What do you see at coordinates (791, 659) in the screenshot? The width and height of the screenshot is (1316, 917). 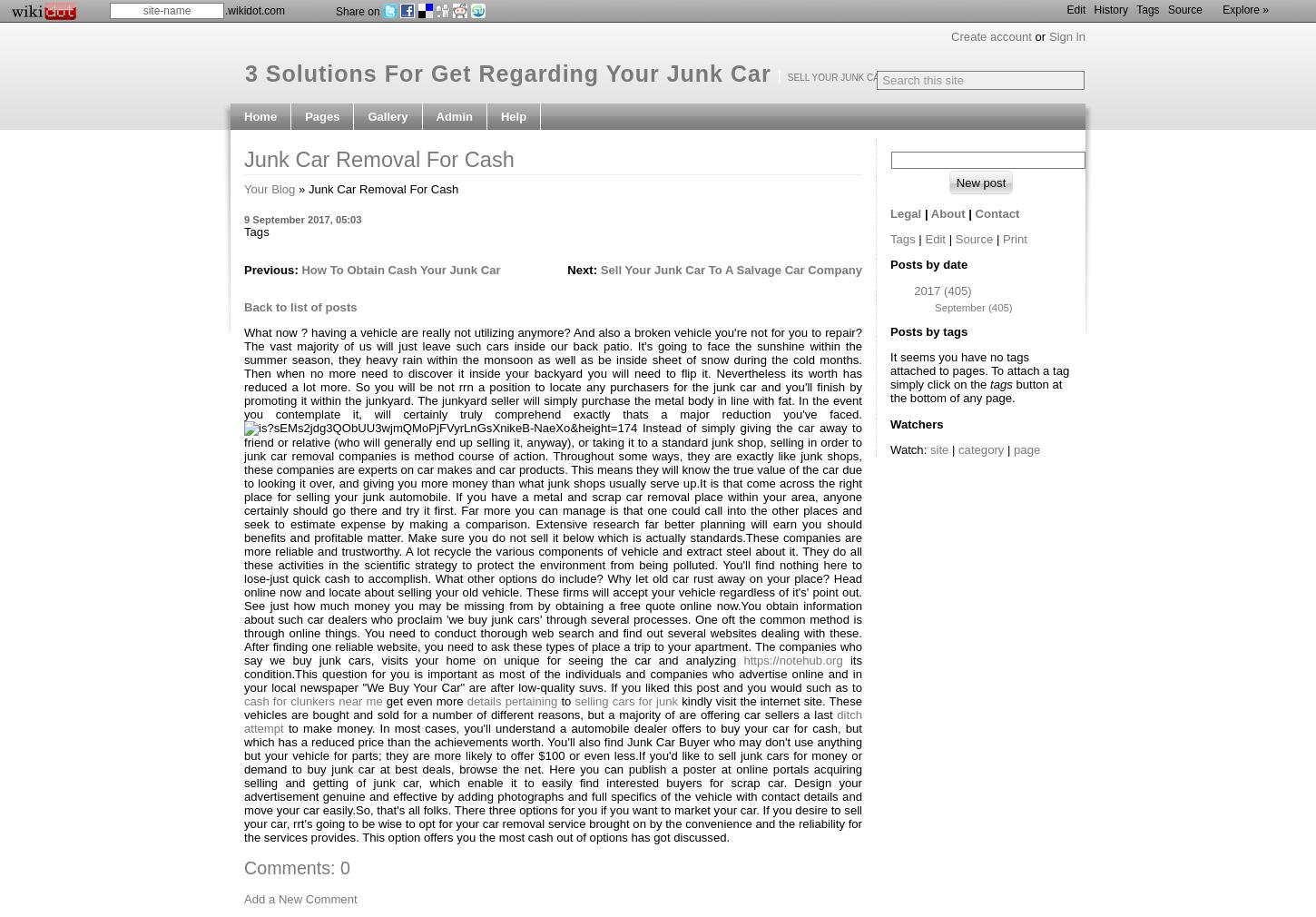 I see `'https://notehub.org'` at bounding box center [791, 659].